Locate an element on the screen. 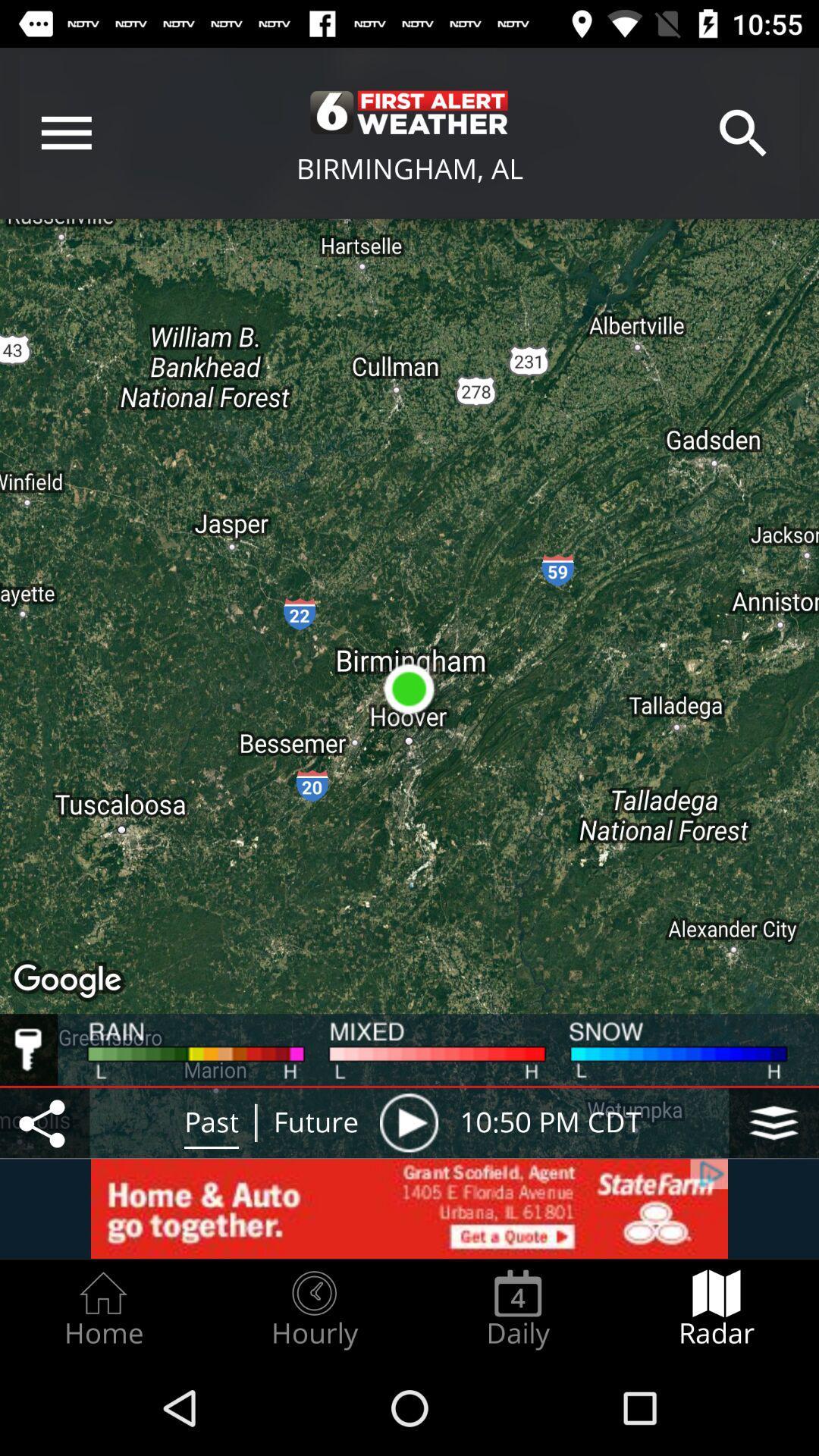  icon next to the hourly icon is located at coordinates (102, 1309).